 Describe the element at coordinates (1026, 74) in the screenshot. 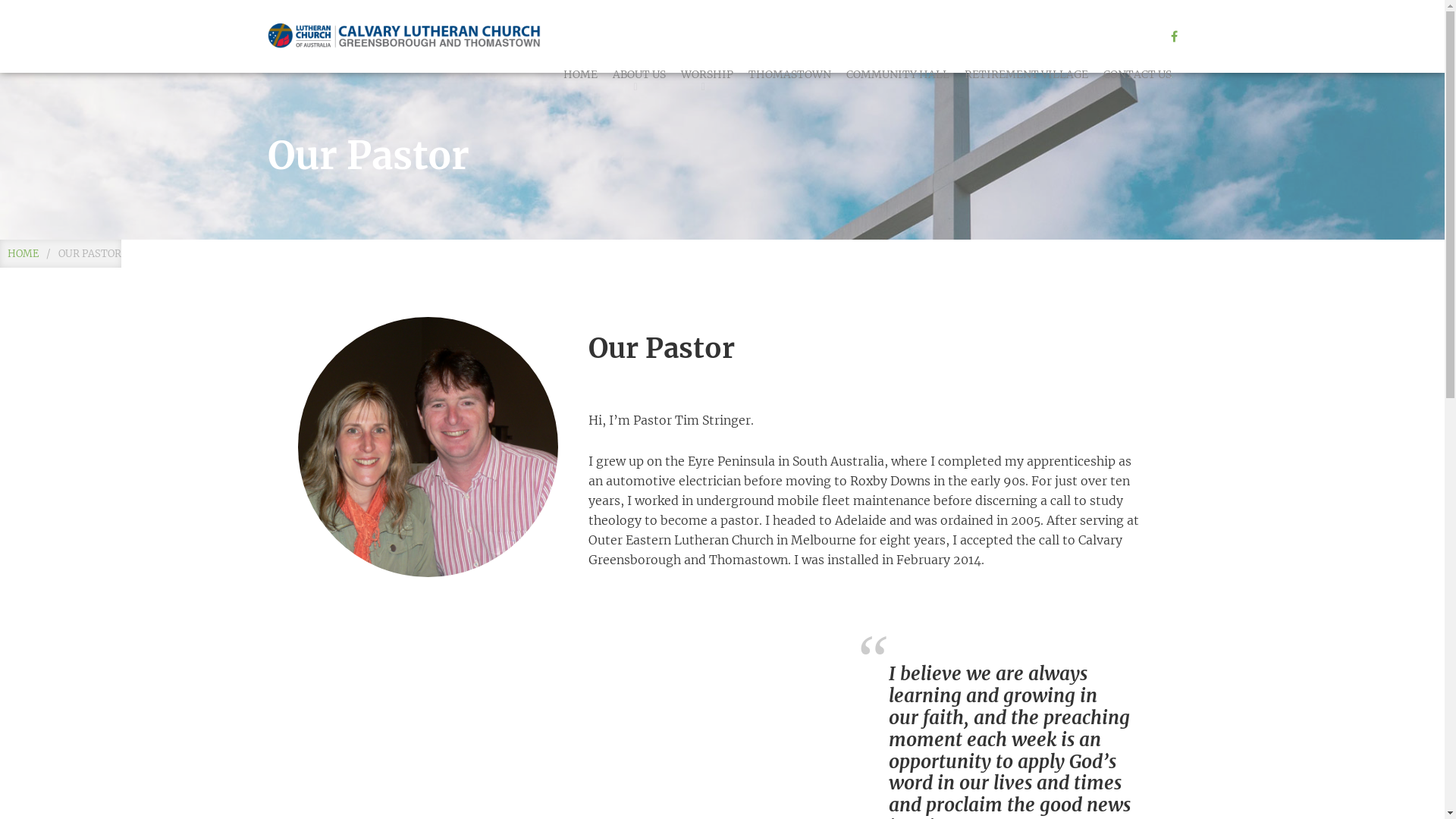

I see `'RETIREMENT VILLAGE'` at that location.